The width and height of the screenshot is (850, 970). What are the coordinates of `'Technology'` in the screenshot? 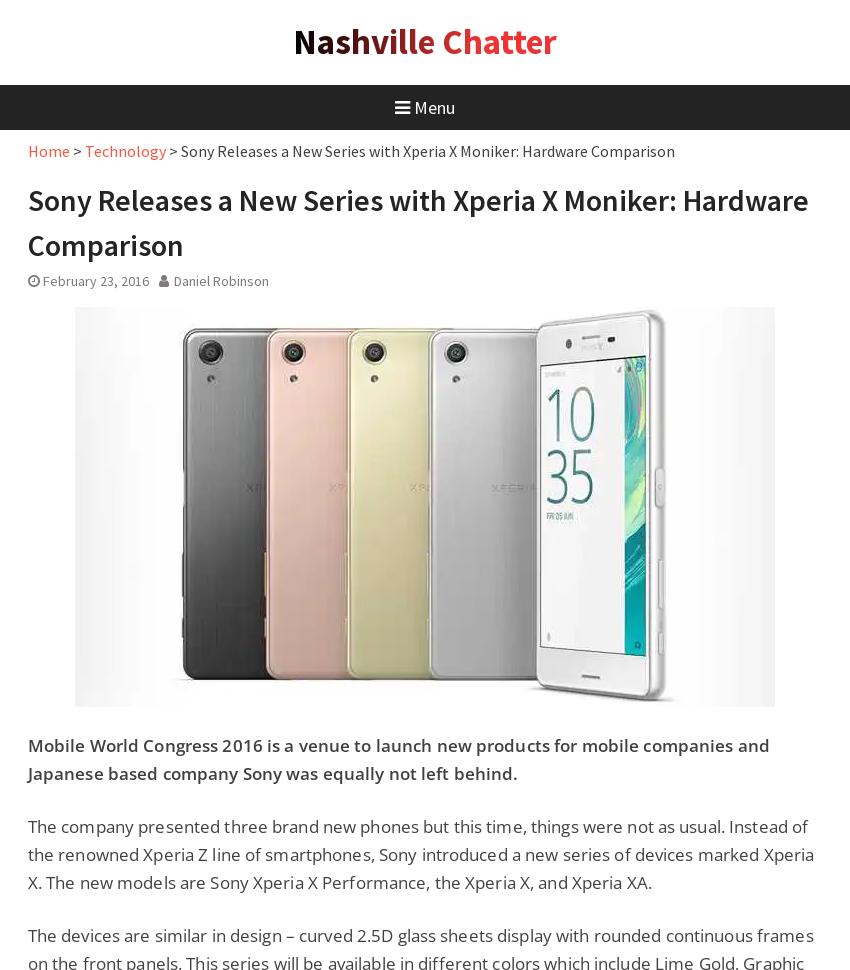 It's located at (83, 148).